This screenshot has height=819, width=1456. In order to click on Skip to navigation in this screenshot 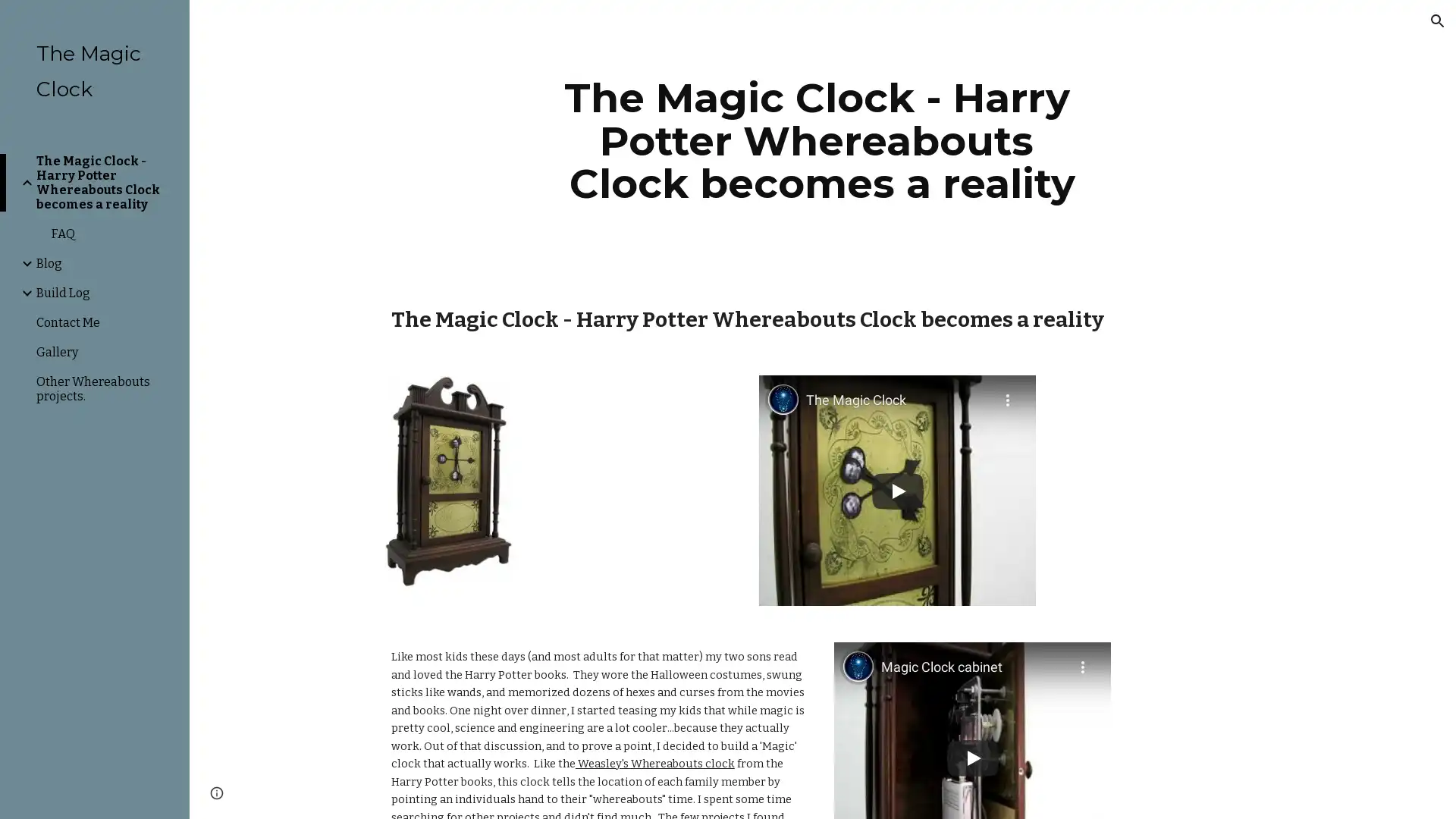, I will do `click(864, 28)`.